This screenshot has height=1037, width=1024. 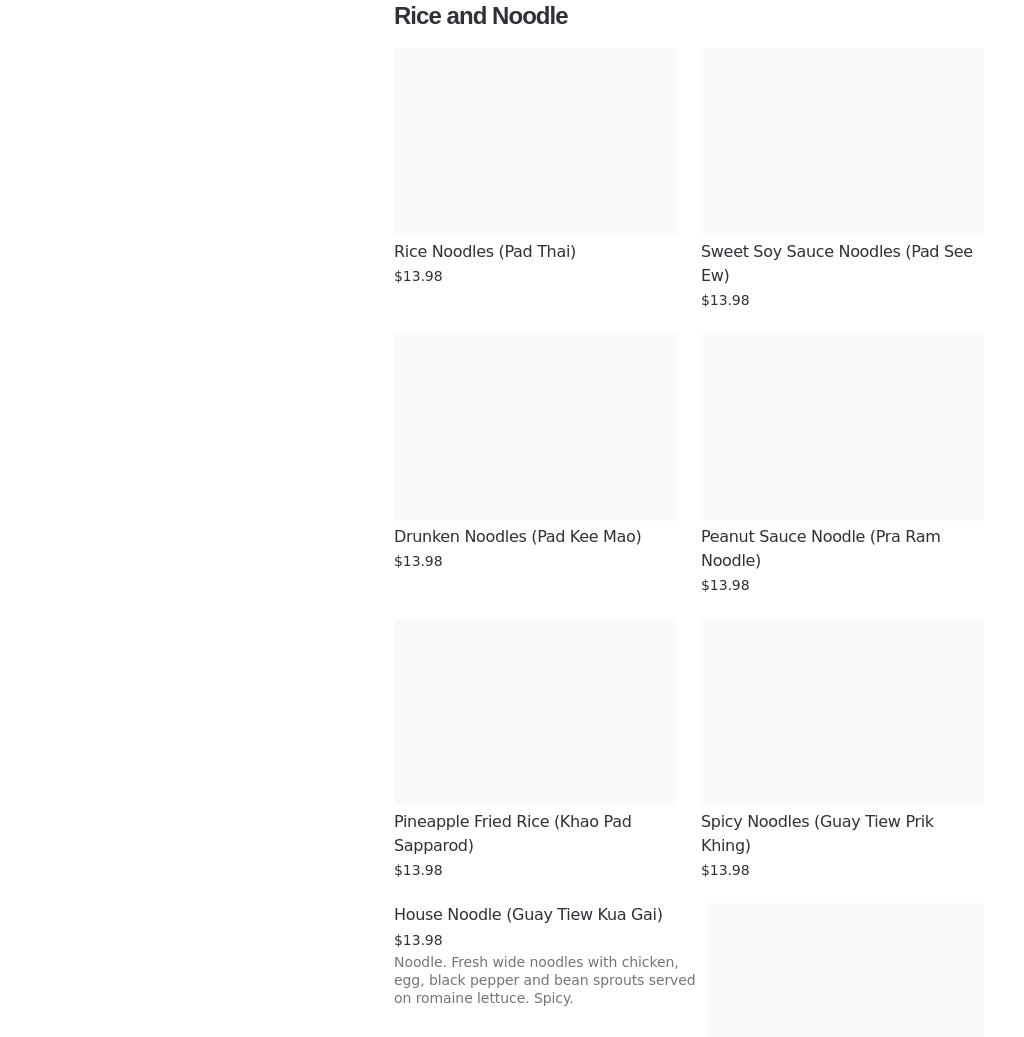 I want to click on 'Rice Noodles (Pad Thai)', so click(x=483, y=250).